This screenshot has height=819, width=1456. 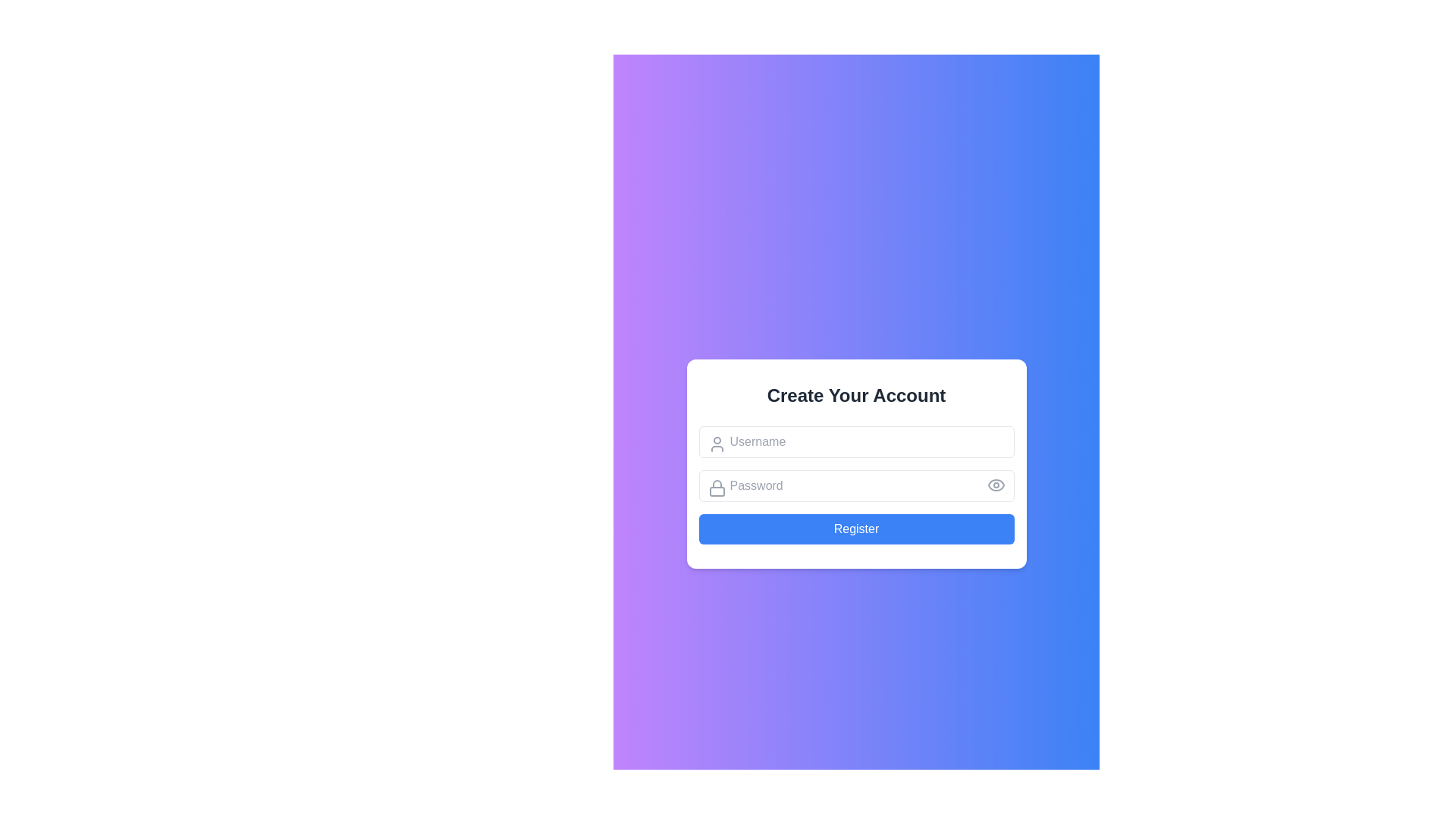 I want to click on the decorative password icon located at the start of the password input field, which enhances usability by providing visual context, so click(x=716, y=488).